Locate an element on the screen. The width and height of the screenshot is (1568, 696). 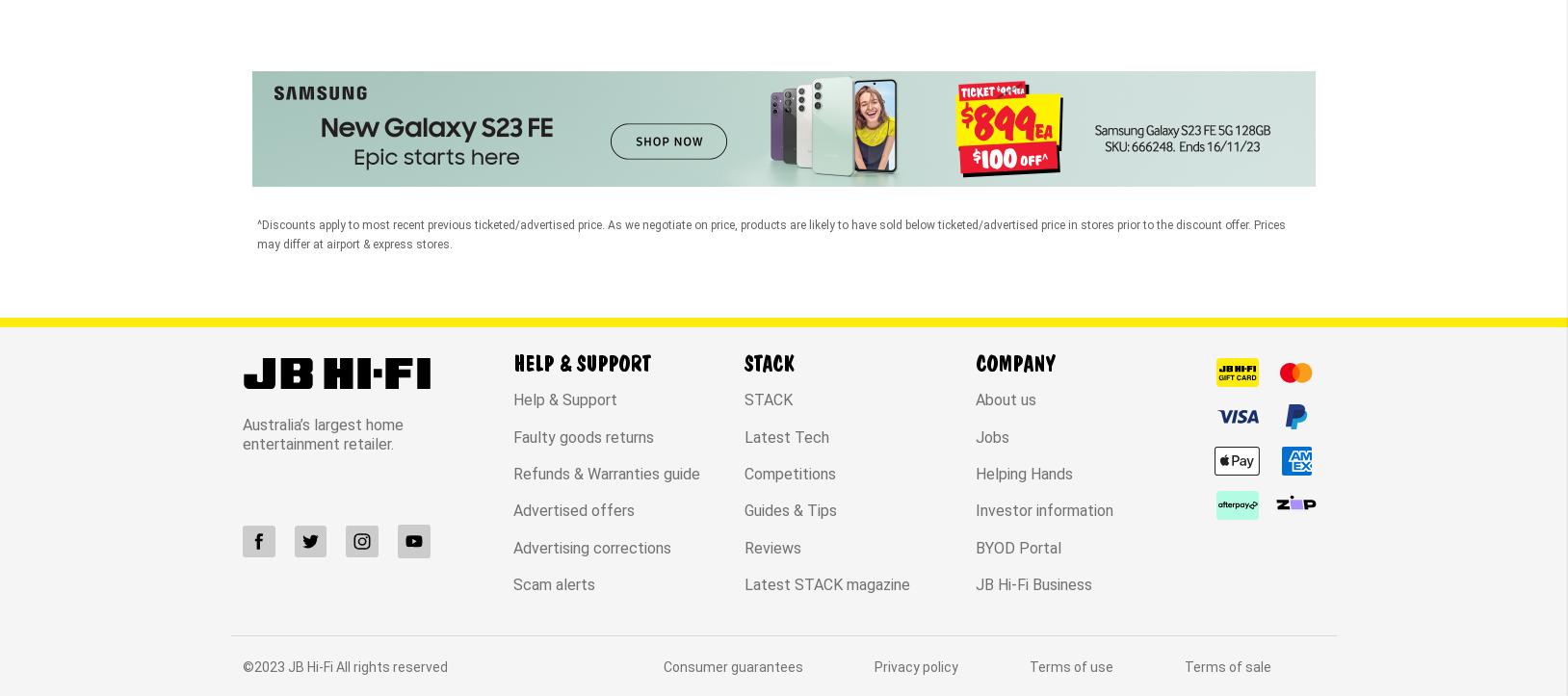
'Refunds & Warranties guide' is located at coordinates (512, 312).